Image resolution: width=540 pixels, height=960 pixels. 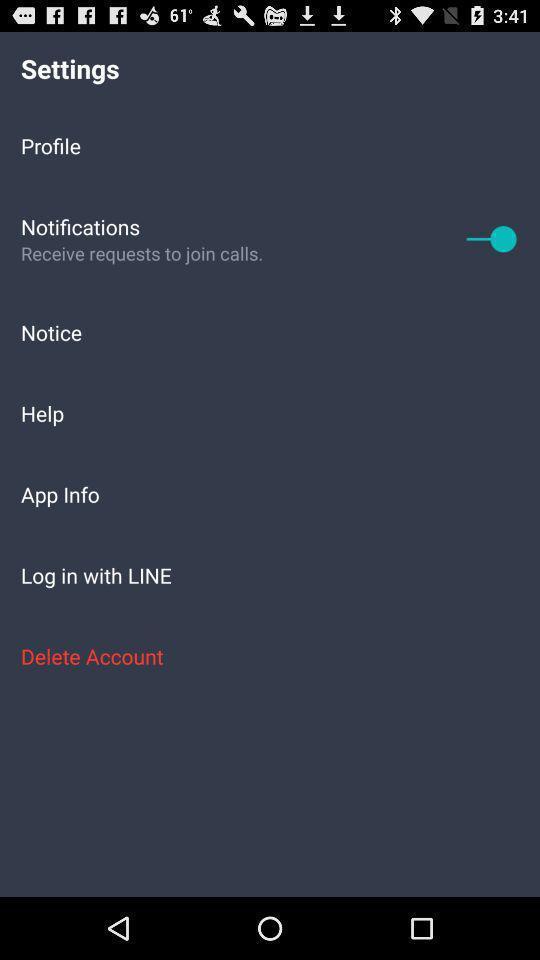 What do you see at coordinates (270, 144) in the screenshot?
I see `item at the top` at bounding box center [270, 144].